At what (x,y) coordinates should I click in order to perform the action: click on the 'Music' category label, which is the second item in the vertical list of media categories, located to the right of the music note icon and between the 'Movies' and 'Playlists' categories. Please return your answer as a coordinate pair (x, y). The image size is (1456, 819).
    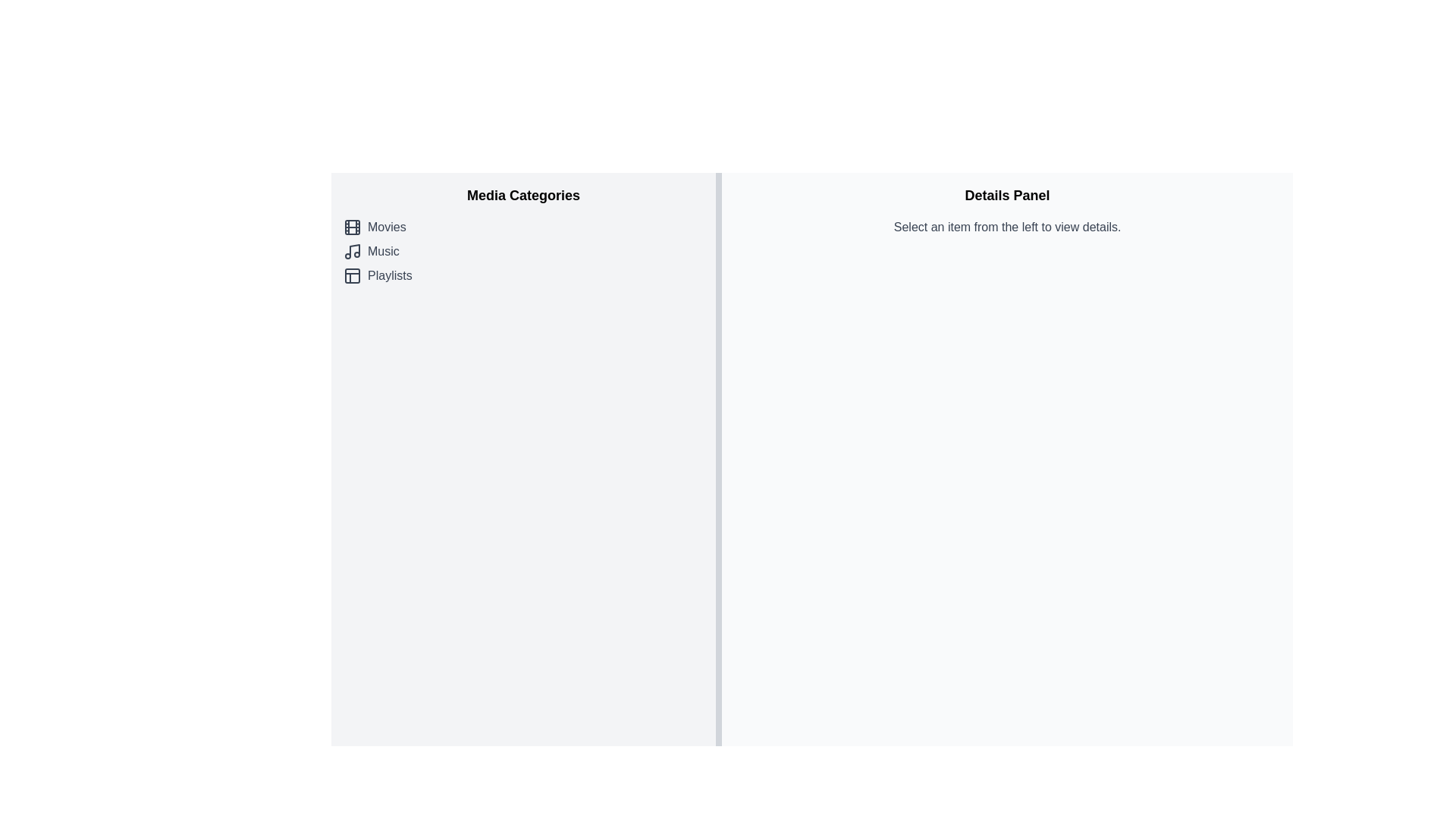
    Looking at the image, I should click on (383, 250).